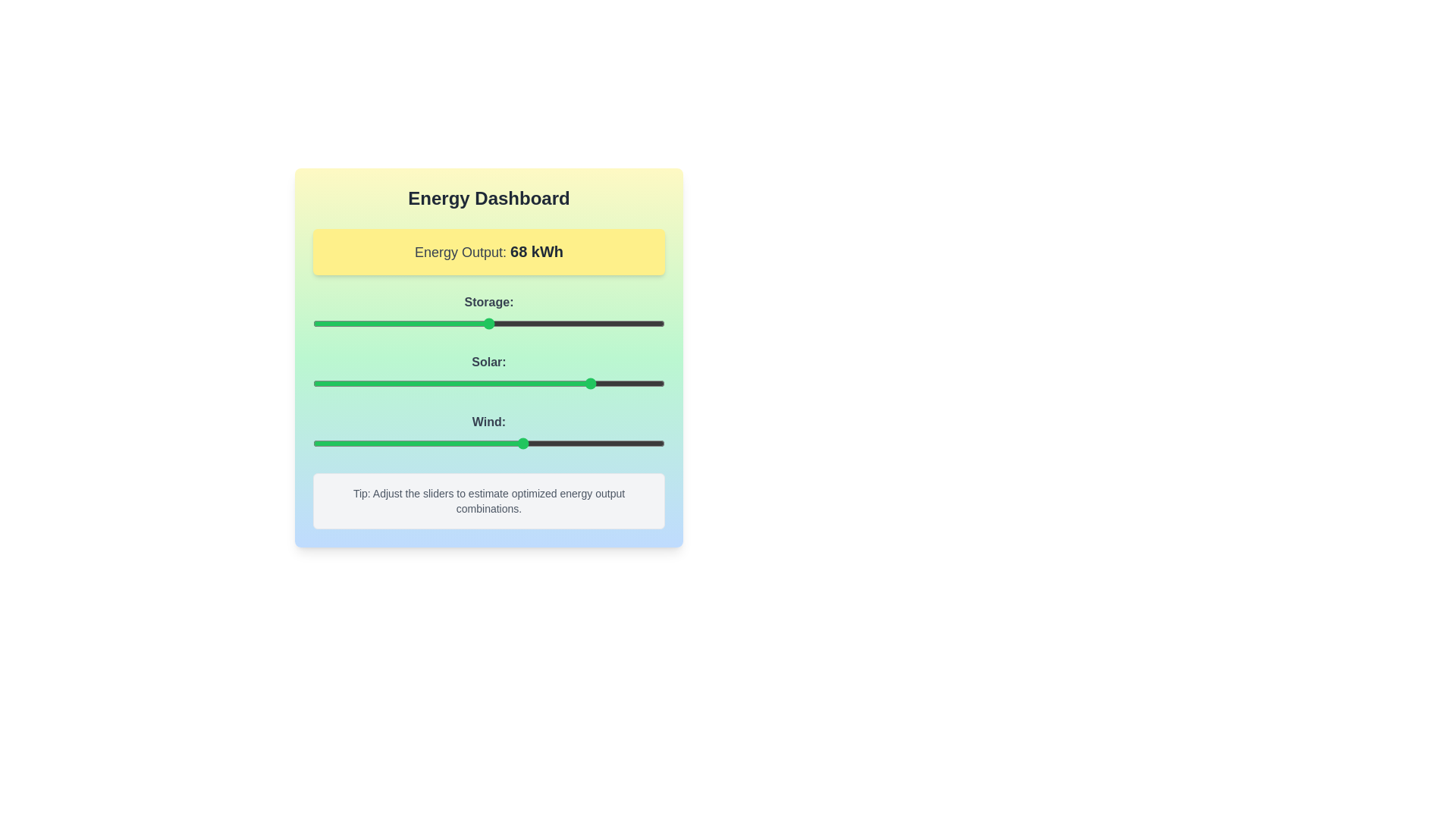 The height and width of the screenshot is (819, 1456). I want to click on the 'Storage' slider to 91, so click(633, 323).